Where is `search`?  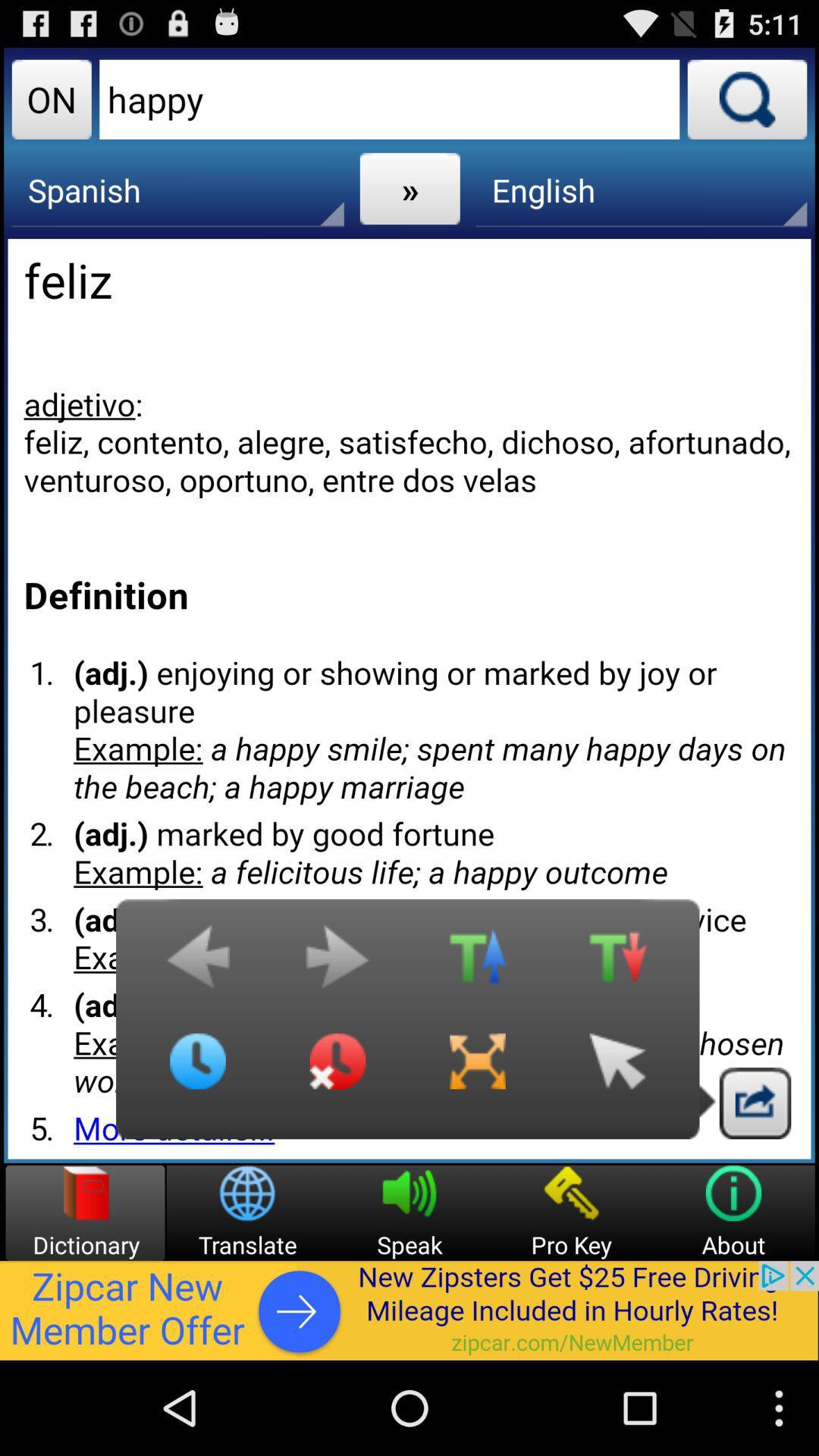
search is located at coordinates (746, 99).